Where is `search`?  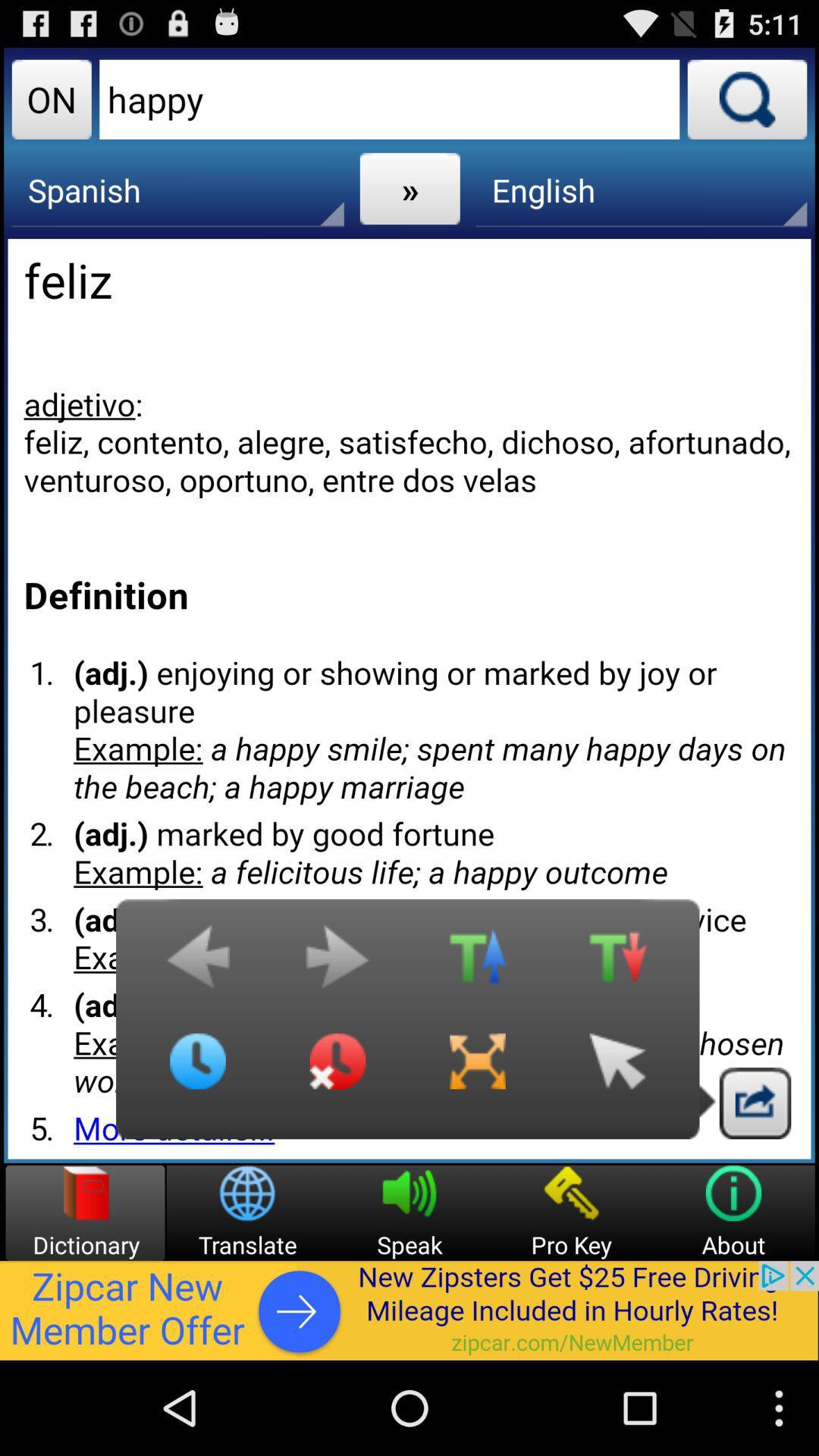
search is located at coordinates (746, 99).